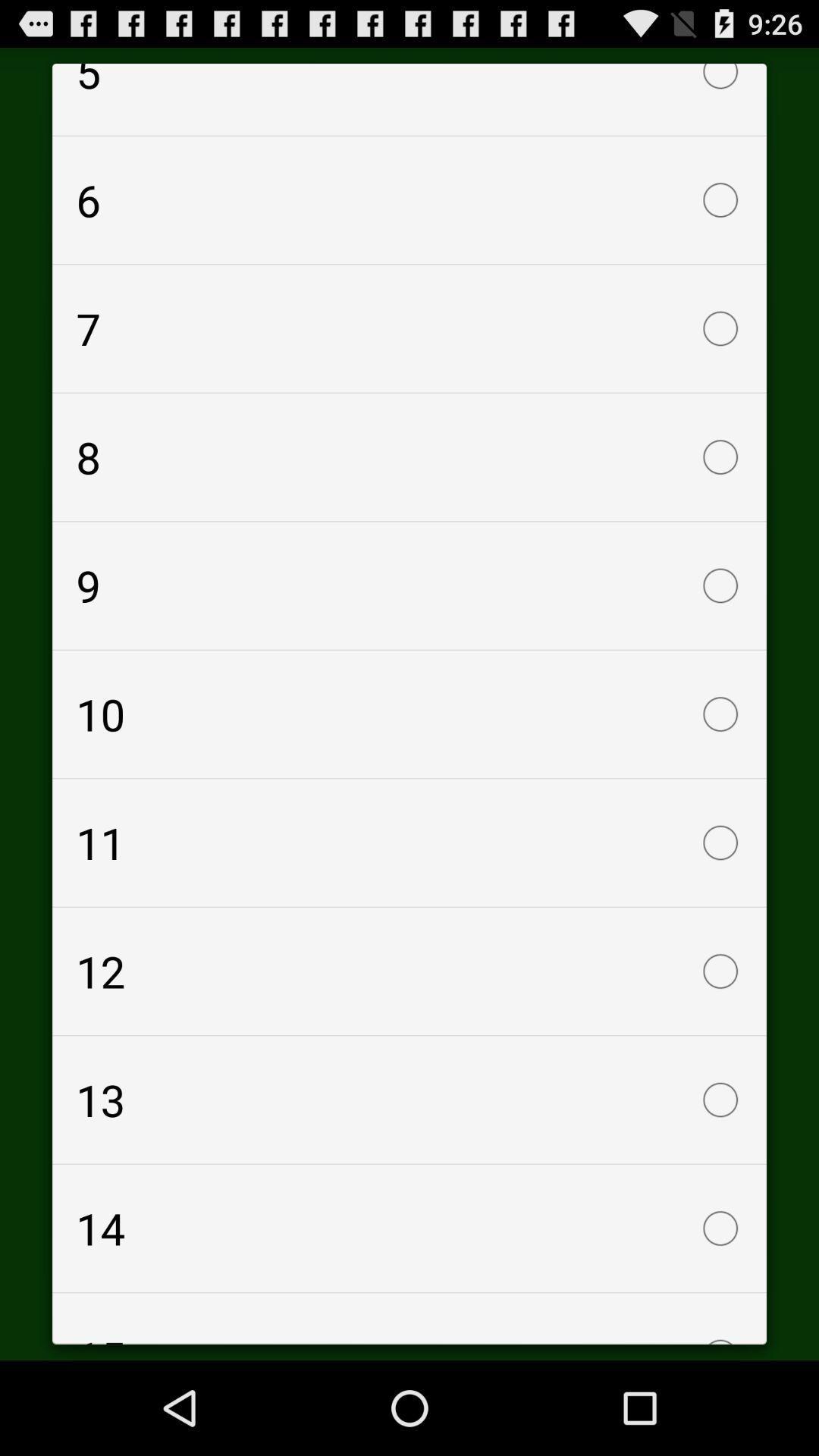 Image resolution: width=819 pixels, height=1456 pixels. Describe the element at coordinates (409, 971) in the screenshot. I see `12` at that location.